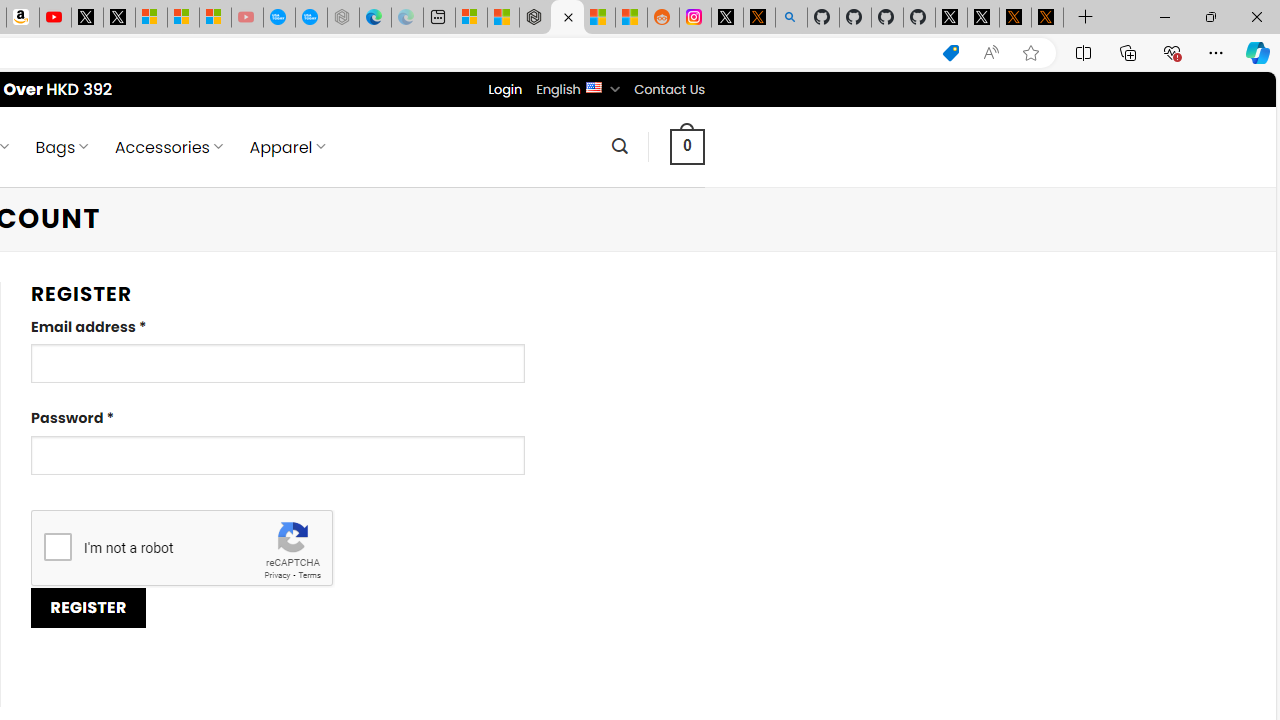 This screenshot has width=1280, height=720. What do you see at coordinates (592, 85) in the screenshot?
I see `'English'` at bounding box center [592, 85].